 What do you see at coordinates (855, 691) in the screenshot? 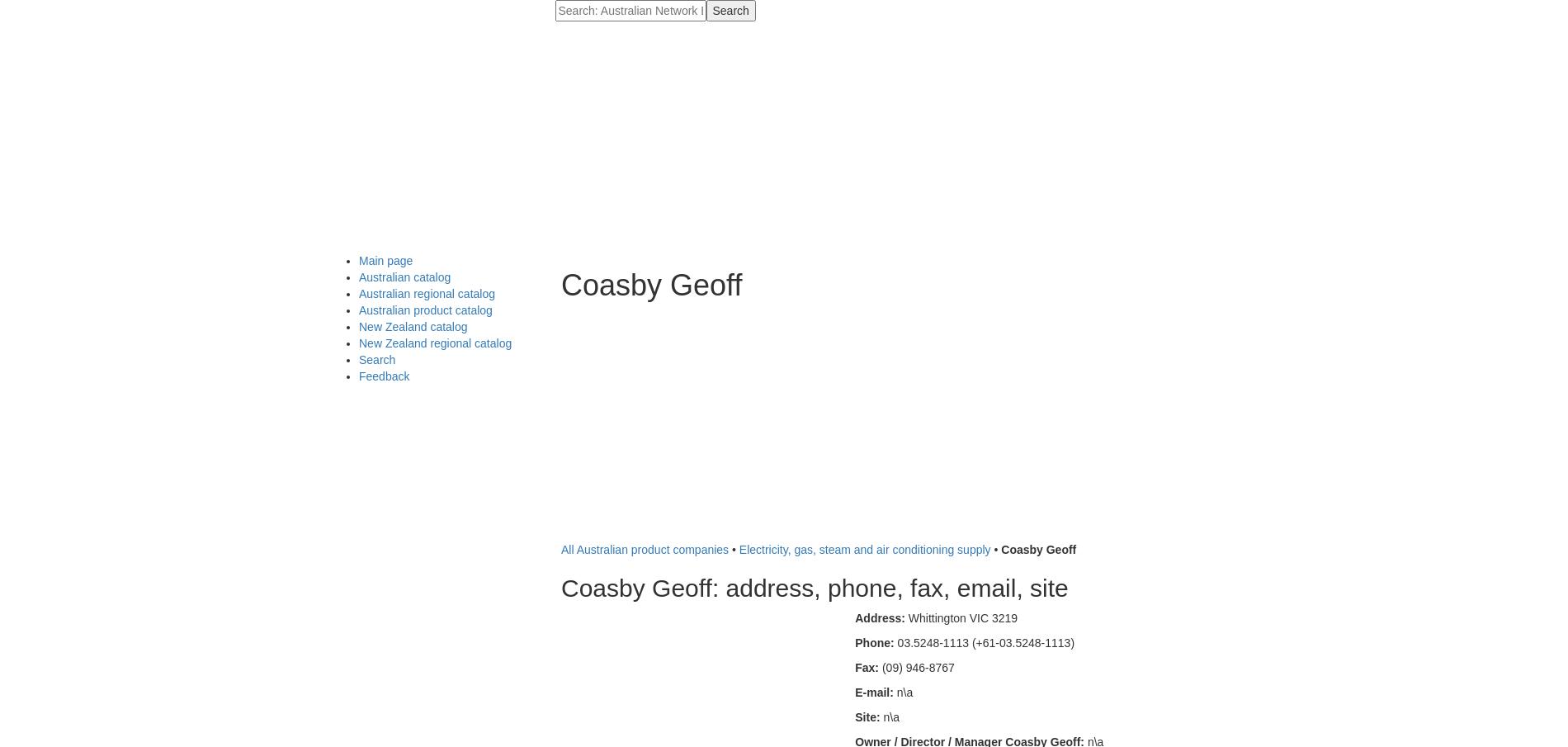
I see `'E-mail:'` at bounding box center [855, 691].